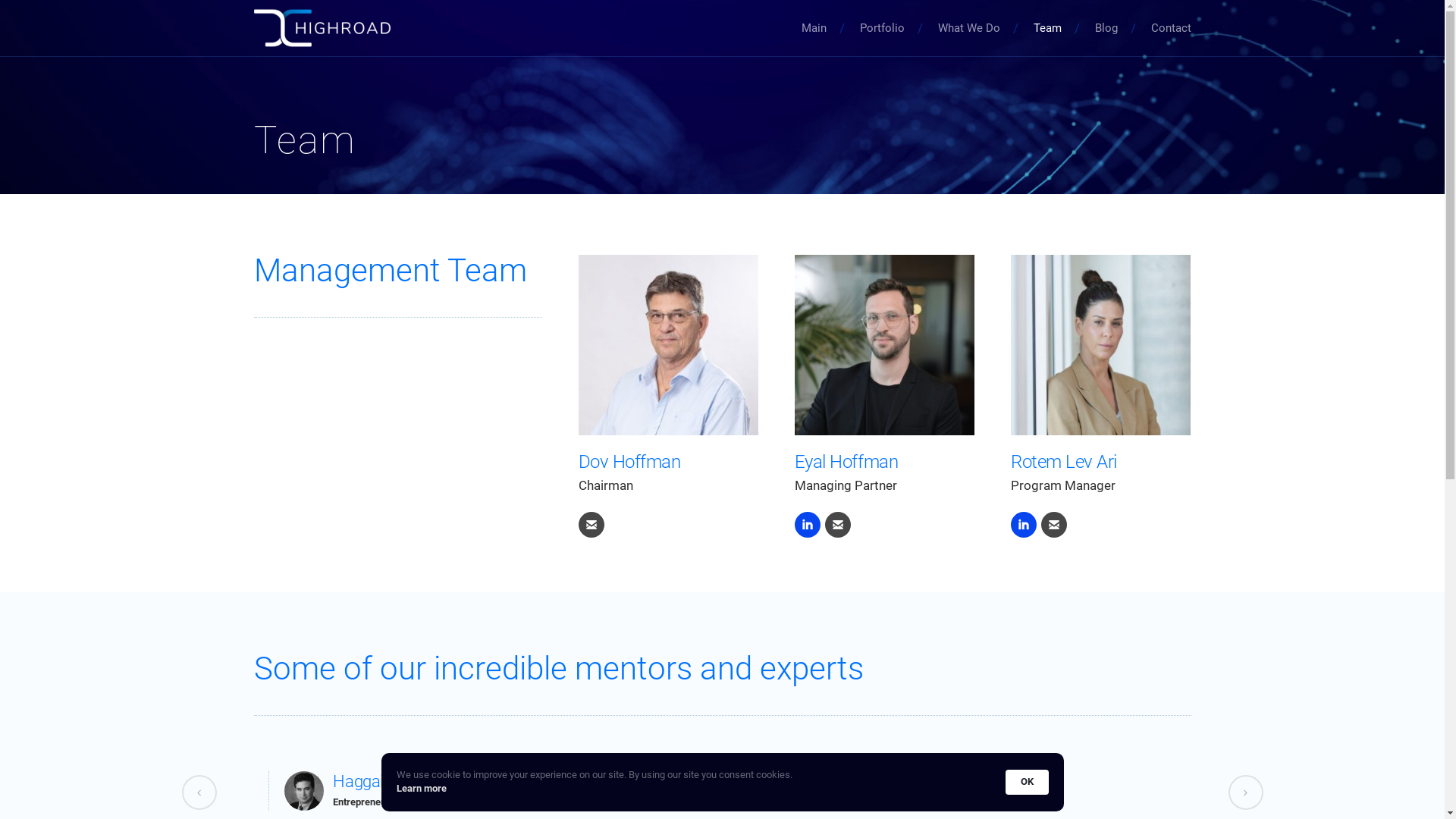 This screenshot has height=819, width=1456. What do you see at coordinates (1046, 28) in the screenshot?
I see `'Team'` at bounding box center [1046, 28].